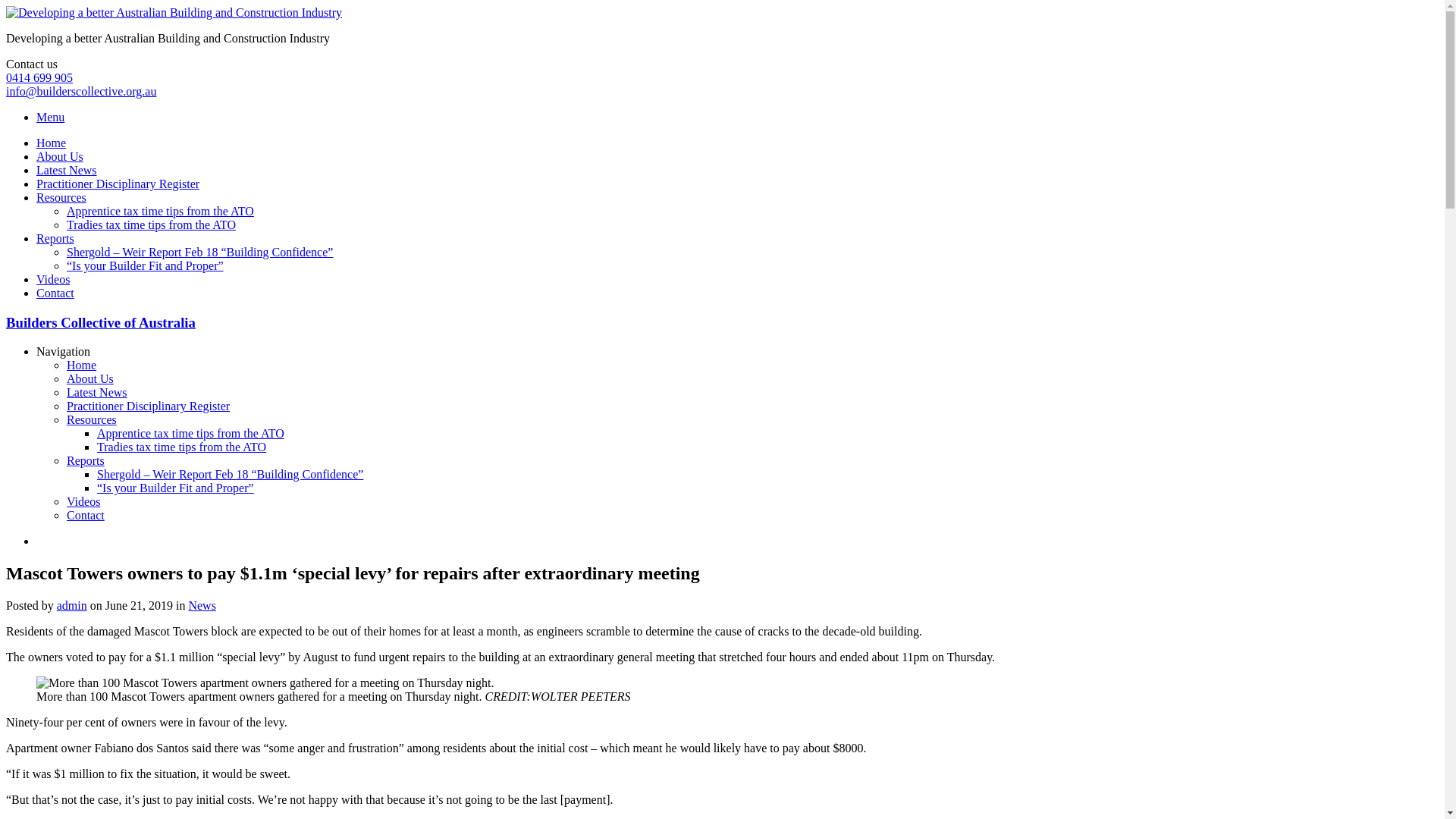 The height and width of the screenshot is (819, 1456). Describe the element at coordinates (51, 143) in the screenshot. I see `'Home'` at that location.